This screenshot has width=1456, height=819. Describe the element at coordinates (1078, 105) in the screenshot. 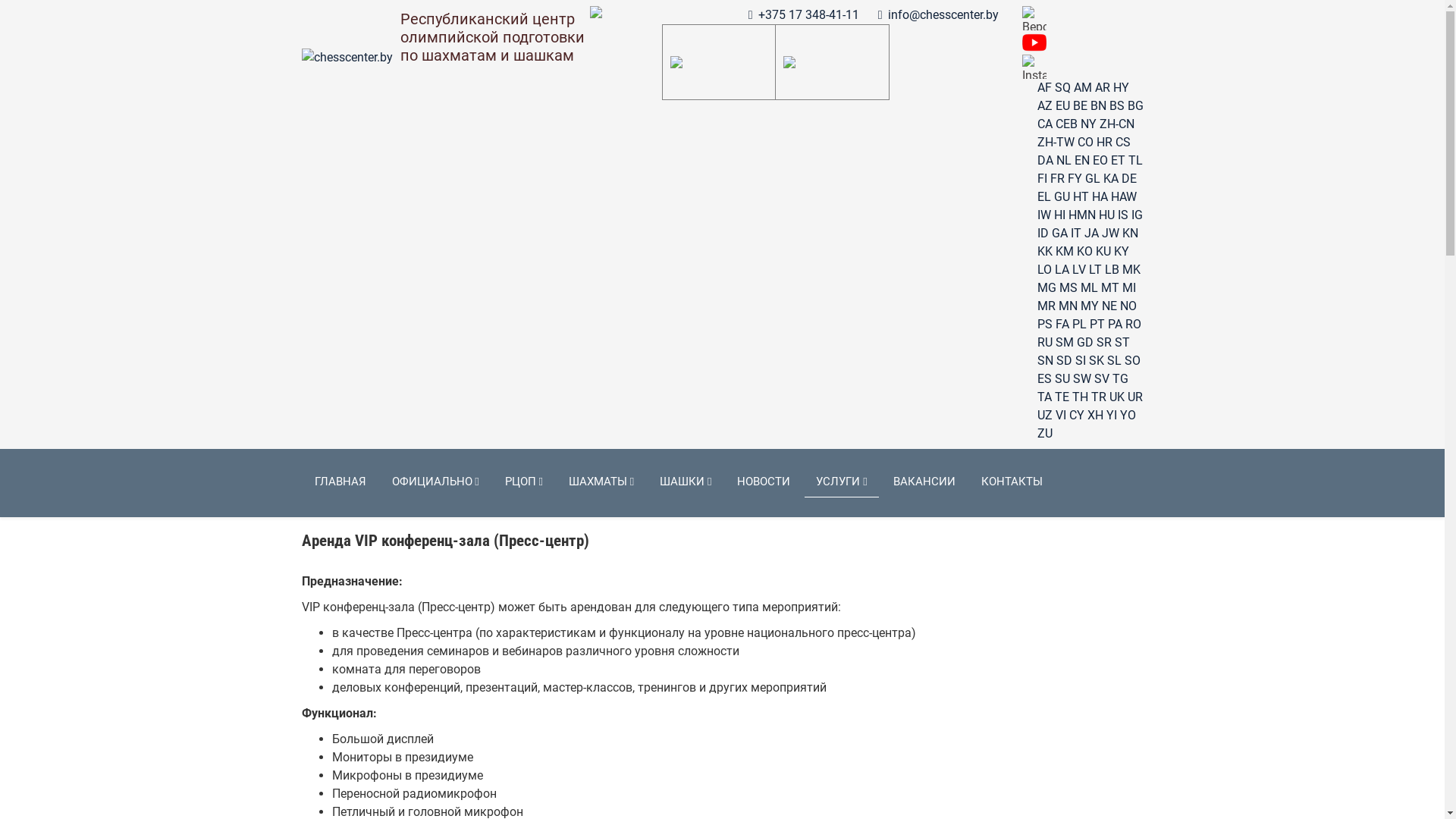

I see `'BE'` at that location.